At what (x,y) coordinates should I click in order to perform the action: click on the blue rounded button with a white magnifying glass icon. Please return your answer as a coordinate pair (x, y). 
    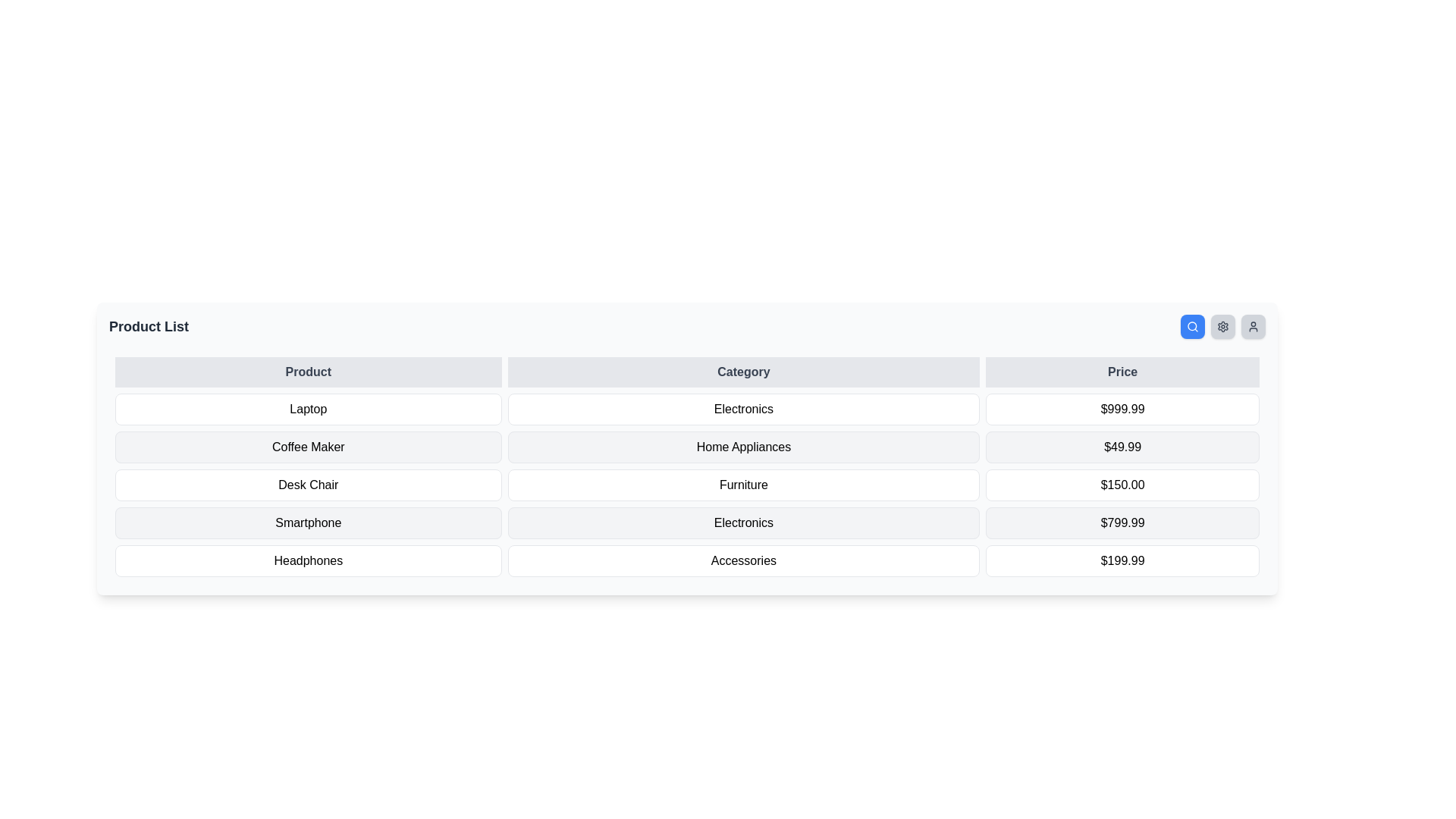
    Looking at the image, I should click on (1192, 326).